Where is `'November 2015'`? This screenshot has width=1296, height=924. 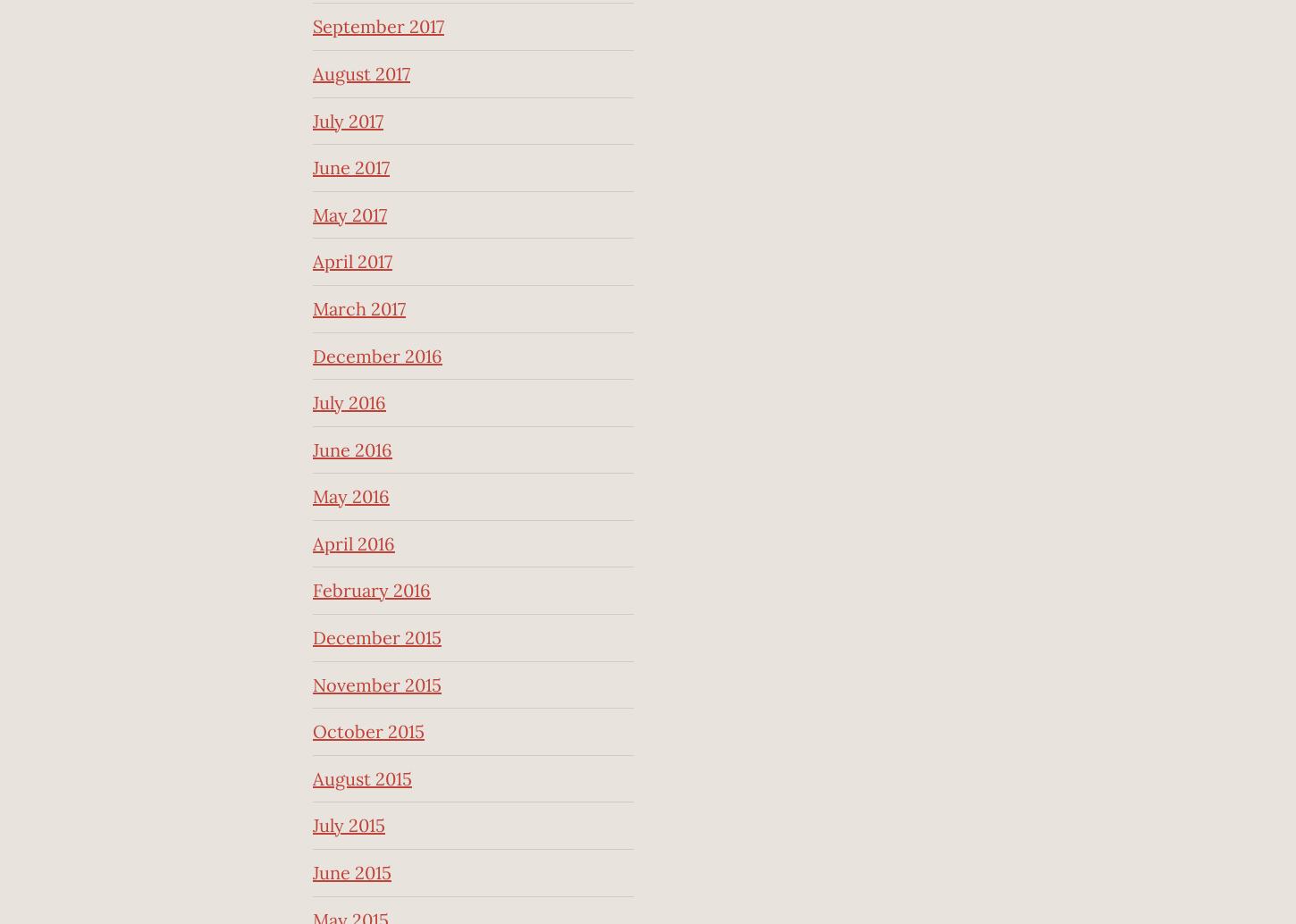 'November 2015' is located at coordinates (375, 684).